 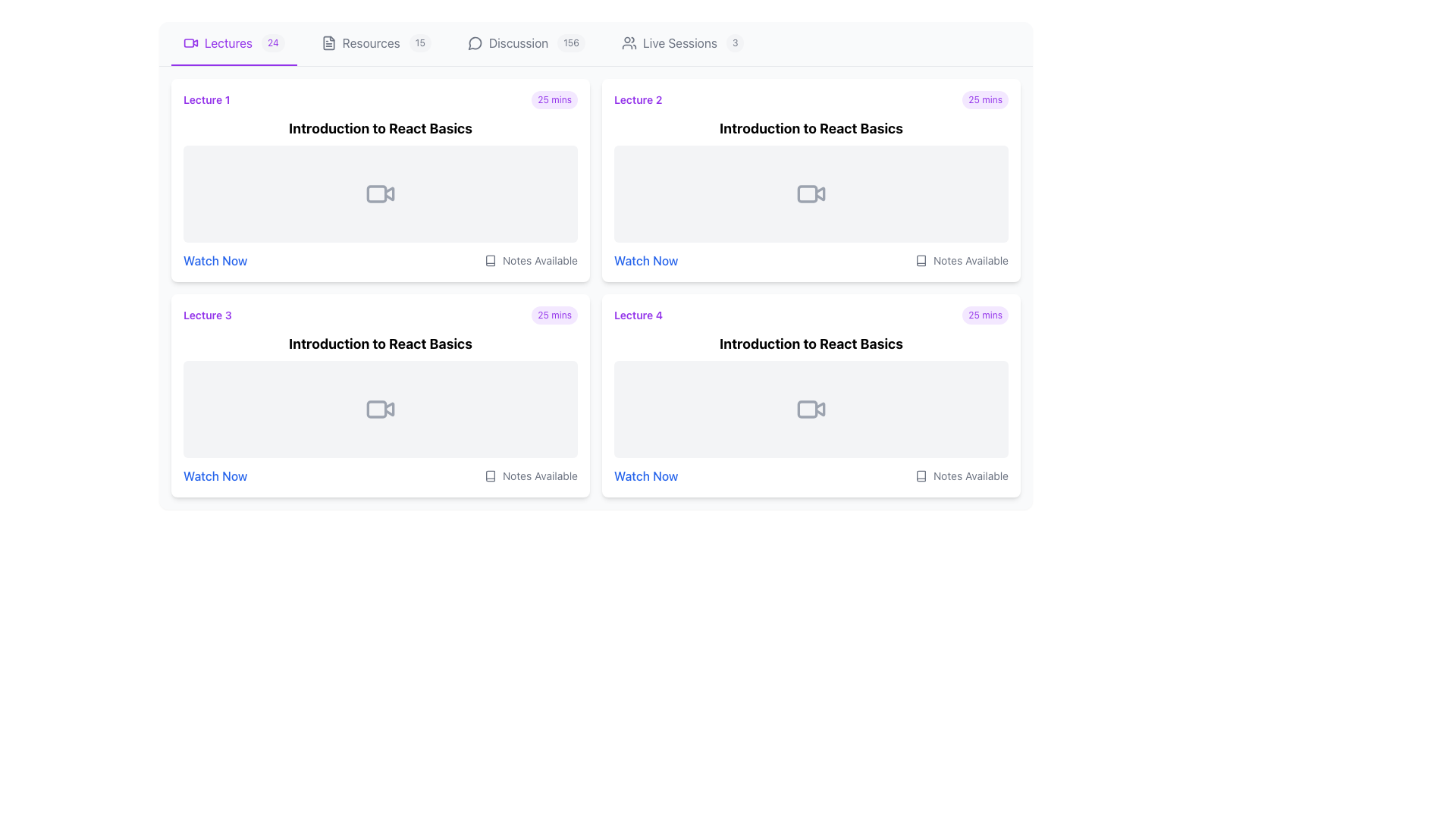 I want to click on the minimalistic open book icon with a bookmark shape located in the bottom-left quadrant, representing a book-related feature, so click(x=491, y=475).